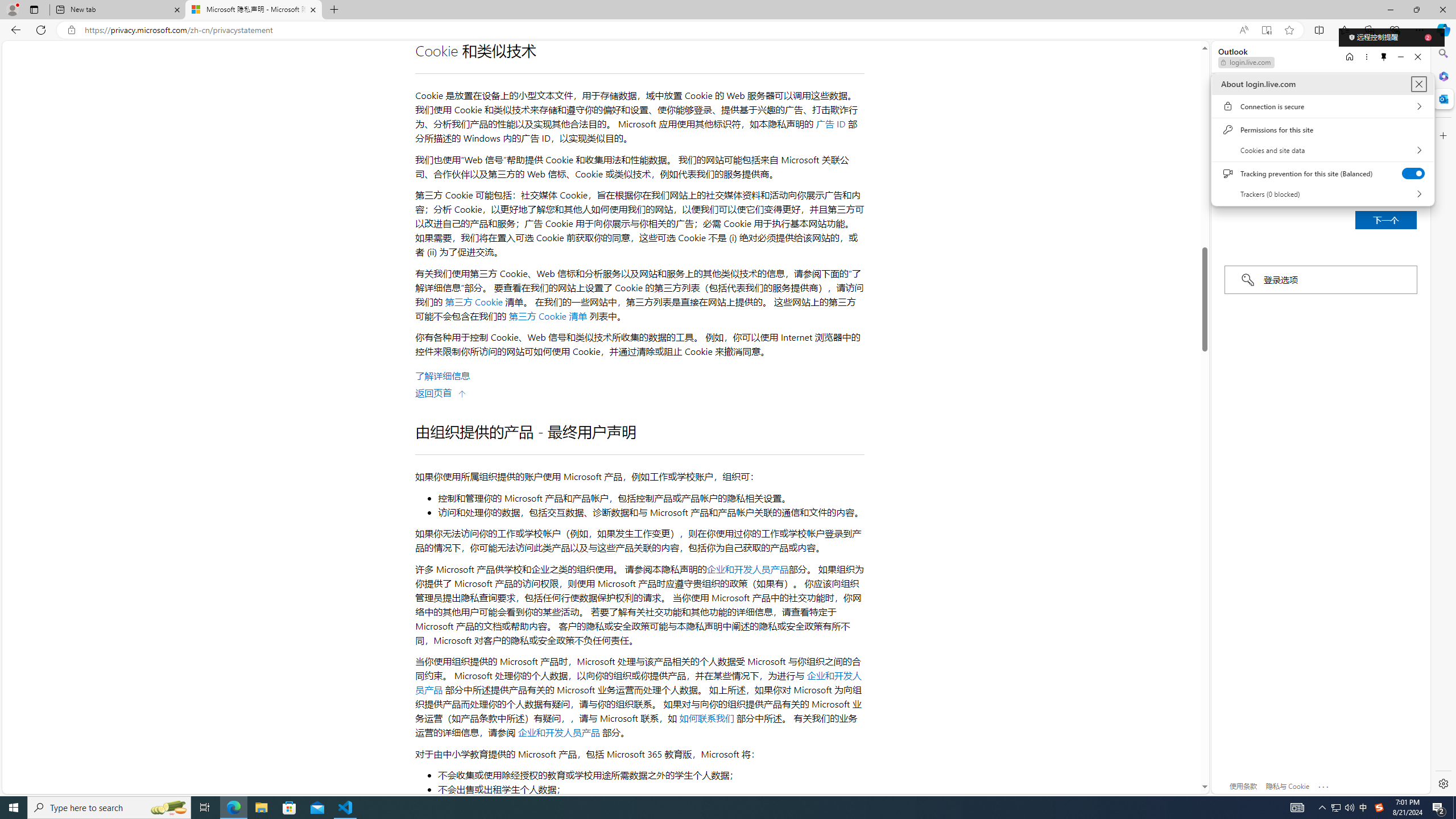 This screenshot has height=819, width=1456. What do you see at coordinates (1322, 193) in the screenshot?
I see `'Trackers (0 blocked)'` at bounding box center [1322, 193].